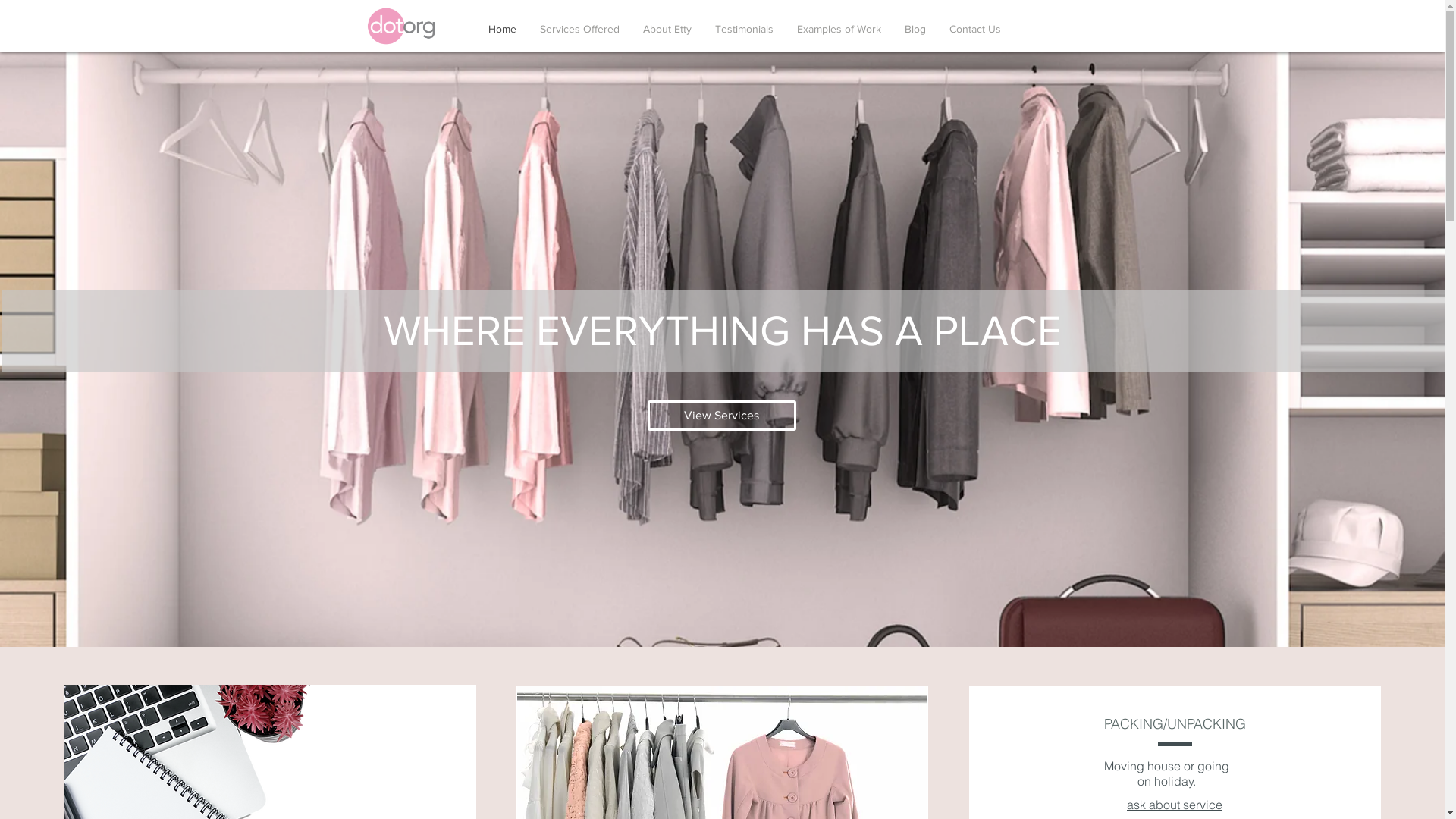  Describe the element at coordinates (667, 29) in the screenshot. I see `'About Etty'` at that location.